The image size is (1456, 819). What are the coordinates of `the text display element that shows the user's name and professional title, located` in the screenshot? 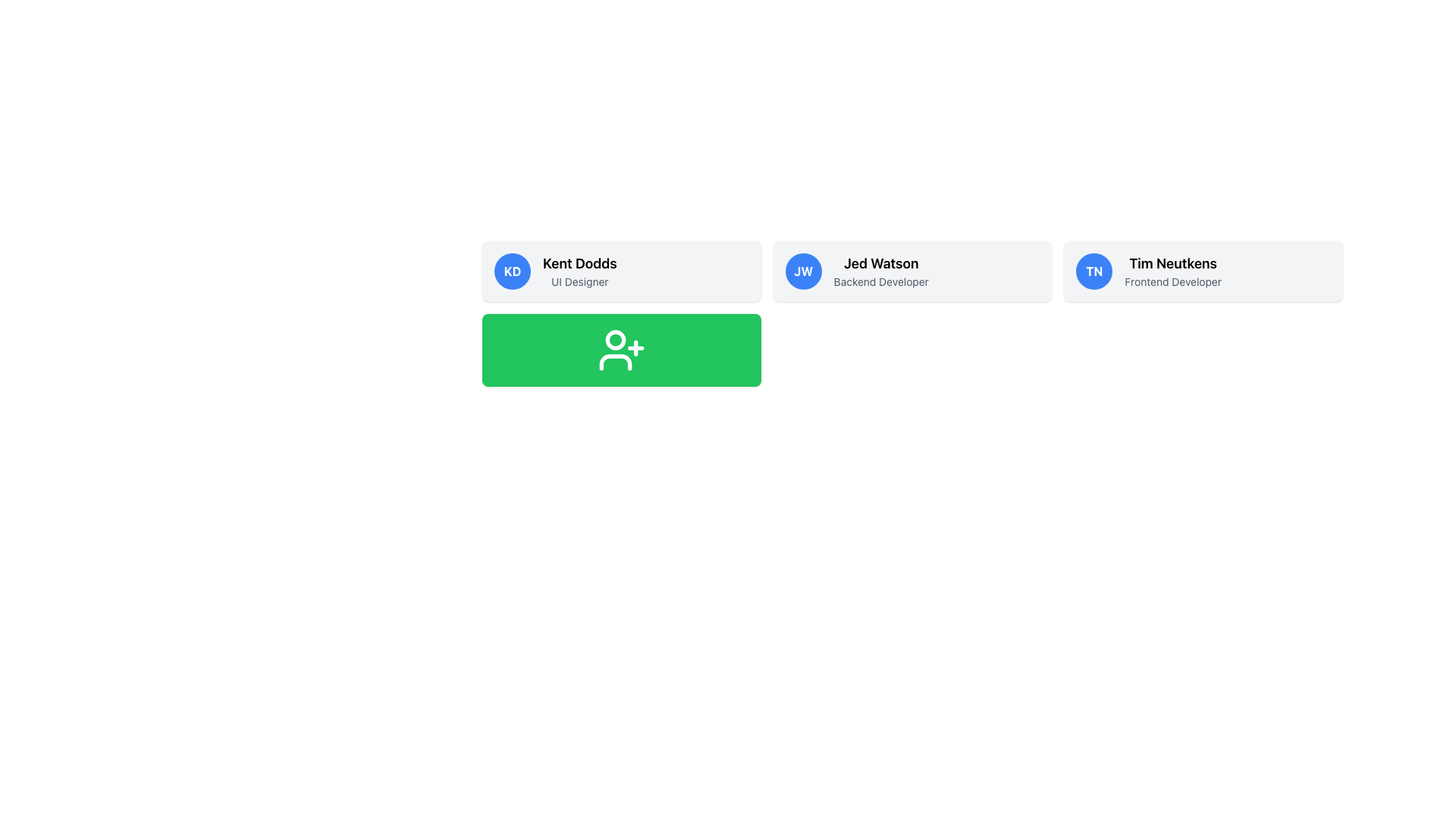 It's located at (1172, 271).